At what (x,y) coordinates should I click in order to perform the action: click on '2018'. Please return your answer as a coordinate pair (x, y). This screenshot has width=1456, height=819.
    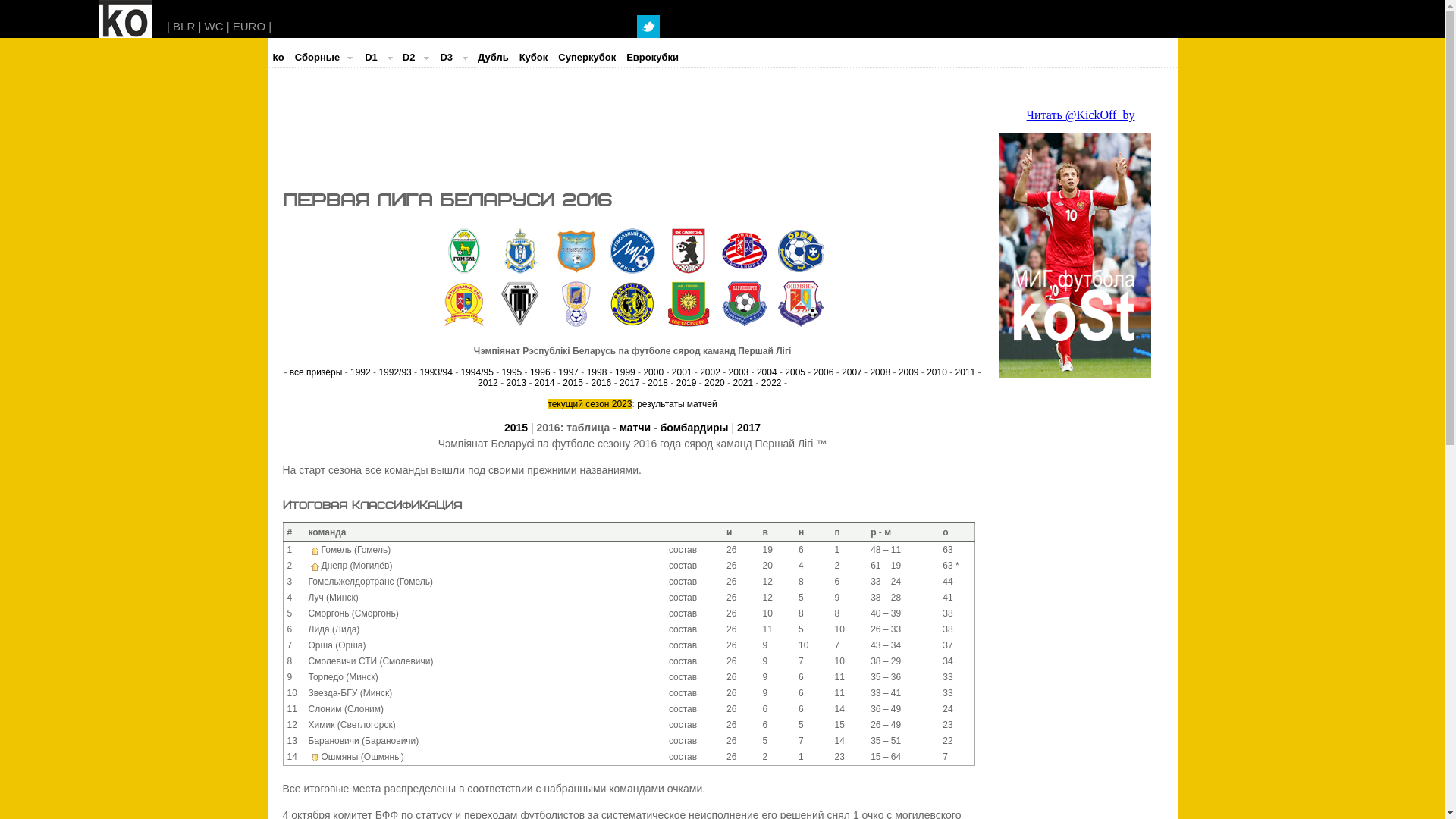
    Looking at the image, I should click on (657, 382).